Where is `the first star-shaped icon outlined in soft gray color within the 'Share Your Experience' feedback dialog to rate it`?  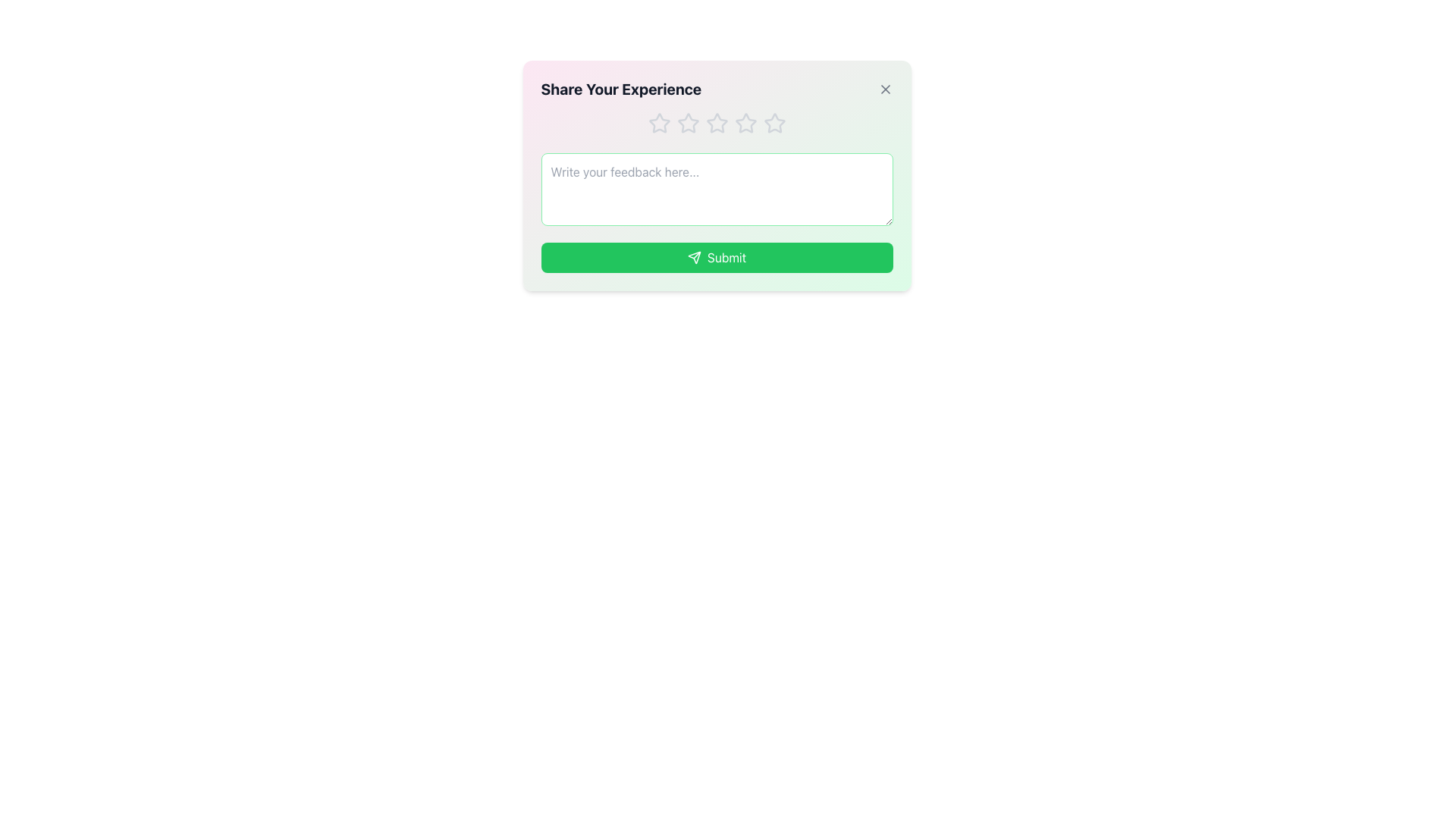
the first star-shaped icon outlined in soft gray color within the 'Share Your Experience' feedback dialog to rate it is located at coordinates (658, 122).